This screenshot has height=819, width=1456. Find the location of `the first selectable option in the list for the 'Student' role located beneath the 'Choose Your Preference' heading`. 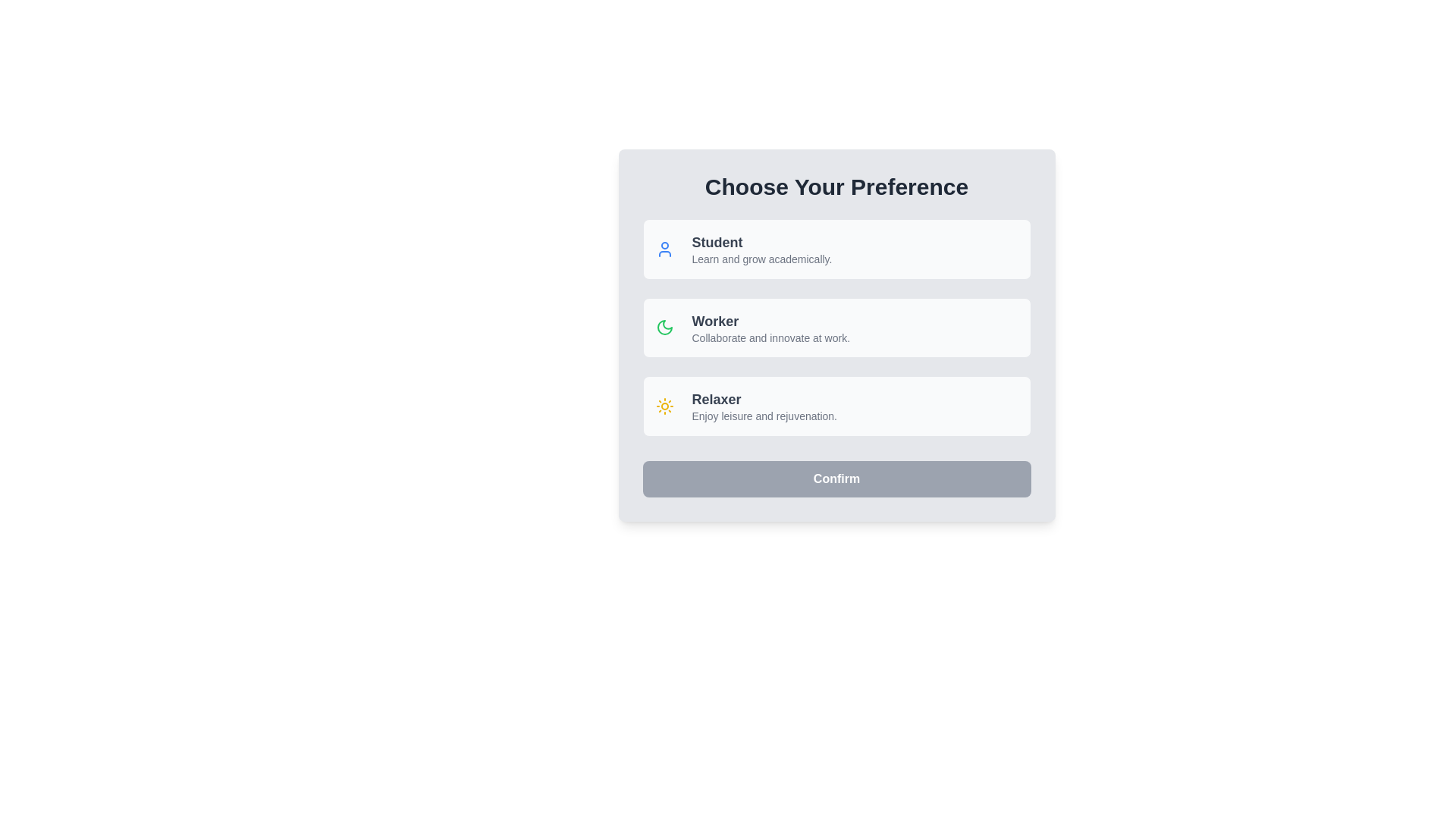

the first selectable option in the list for the 'Student' role located beneath the 'Choose Your Preference' heading is located at coordinates (743, 248).